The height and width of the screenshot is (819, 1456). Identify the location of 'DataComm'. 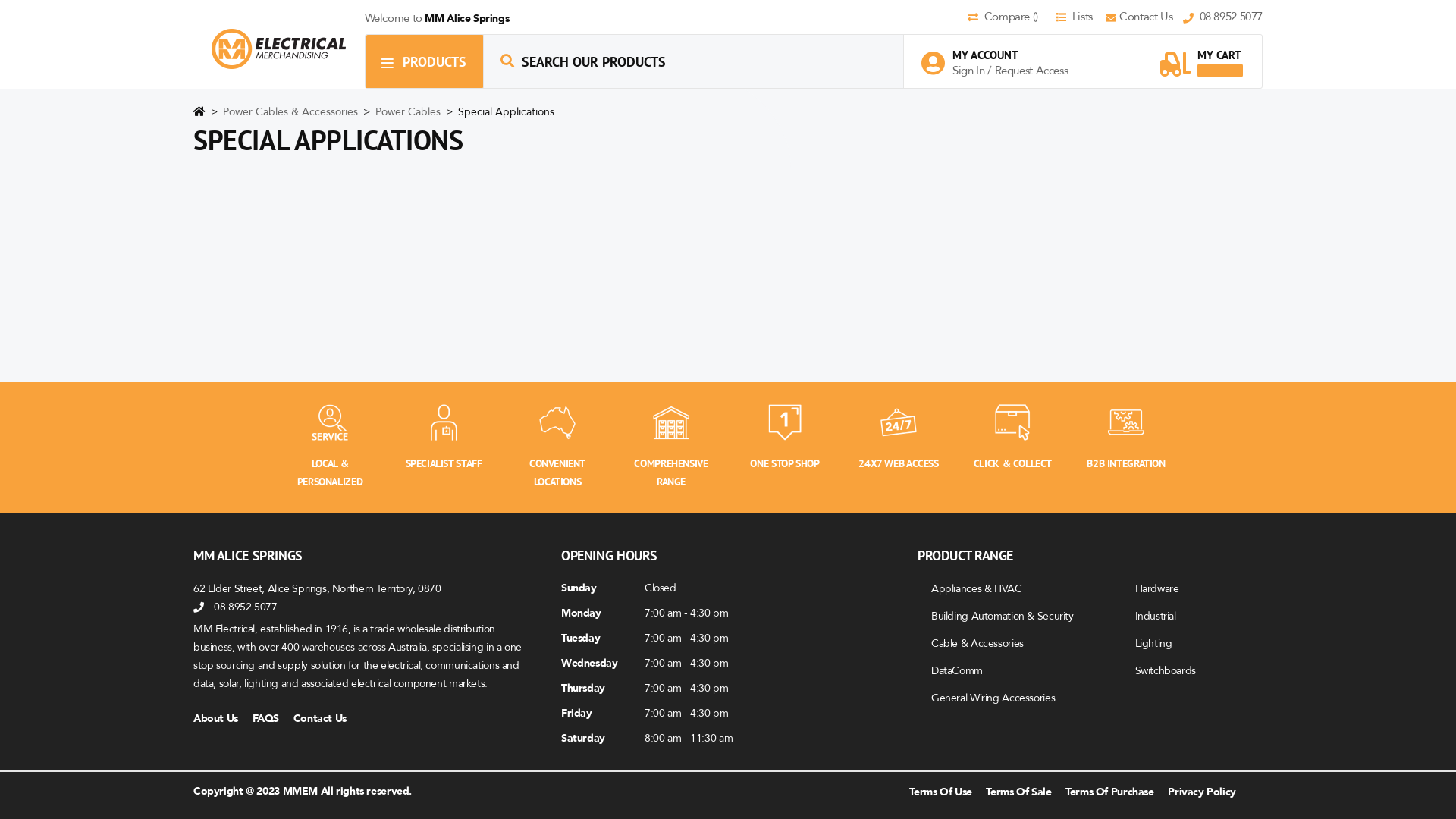
(956, 669).